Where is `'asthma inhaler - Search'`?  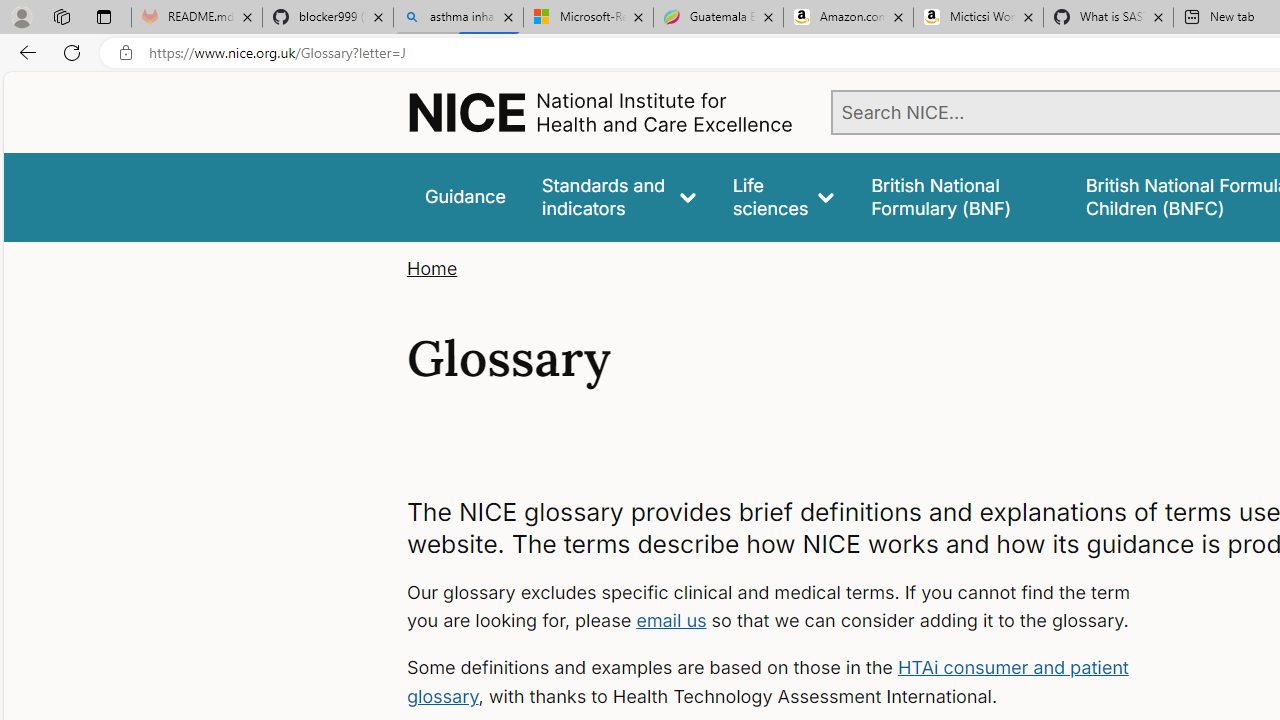 'asthma inhaler - Search' is located at coordinates (457, 17).